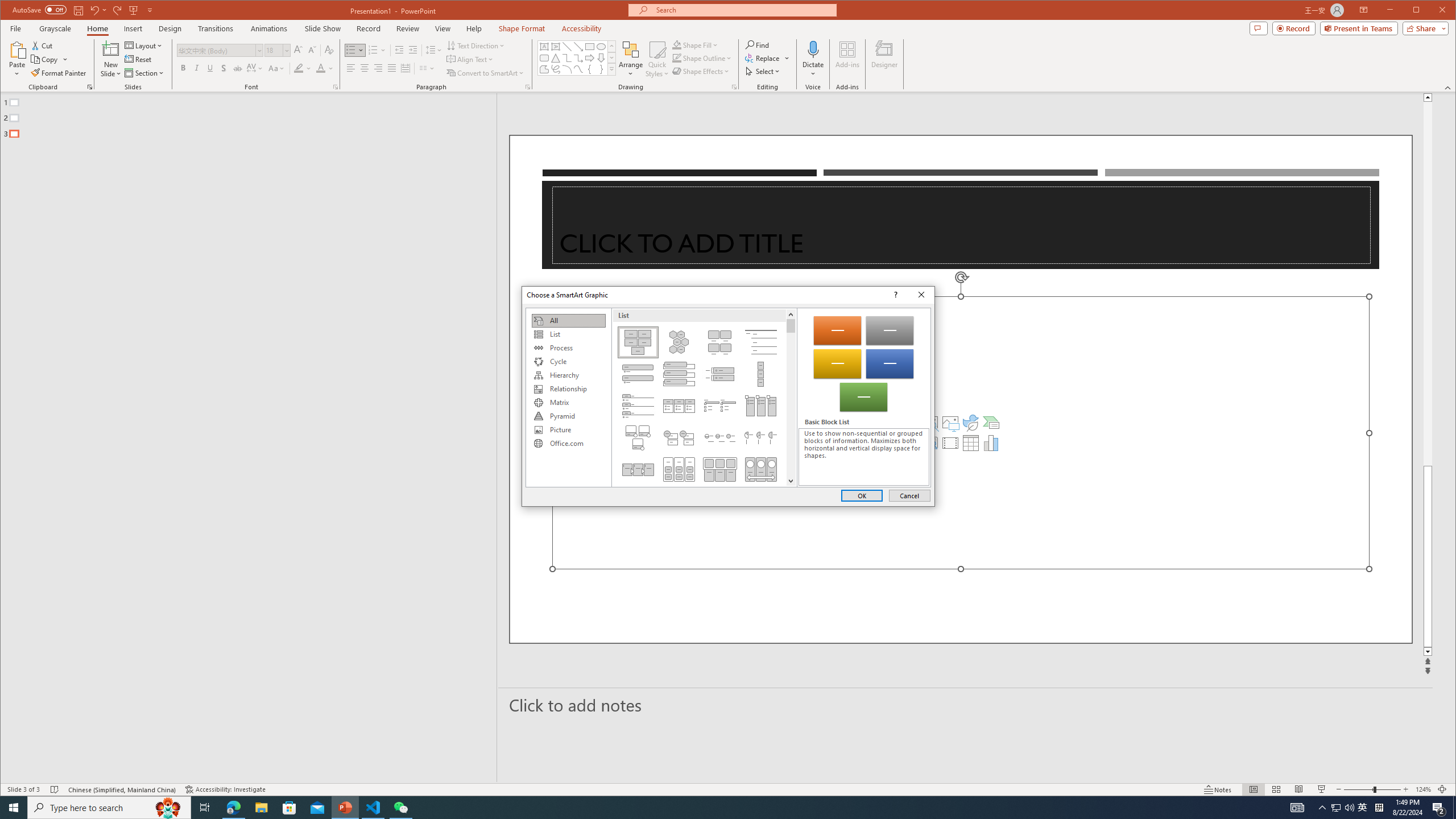 The width and height of the screenshot is (1456, 819). I want to click on 'Insert a SmartArt Graphic', so click(991, 422).